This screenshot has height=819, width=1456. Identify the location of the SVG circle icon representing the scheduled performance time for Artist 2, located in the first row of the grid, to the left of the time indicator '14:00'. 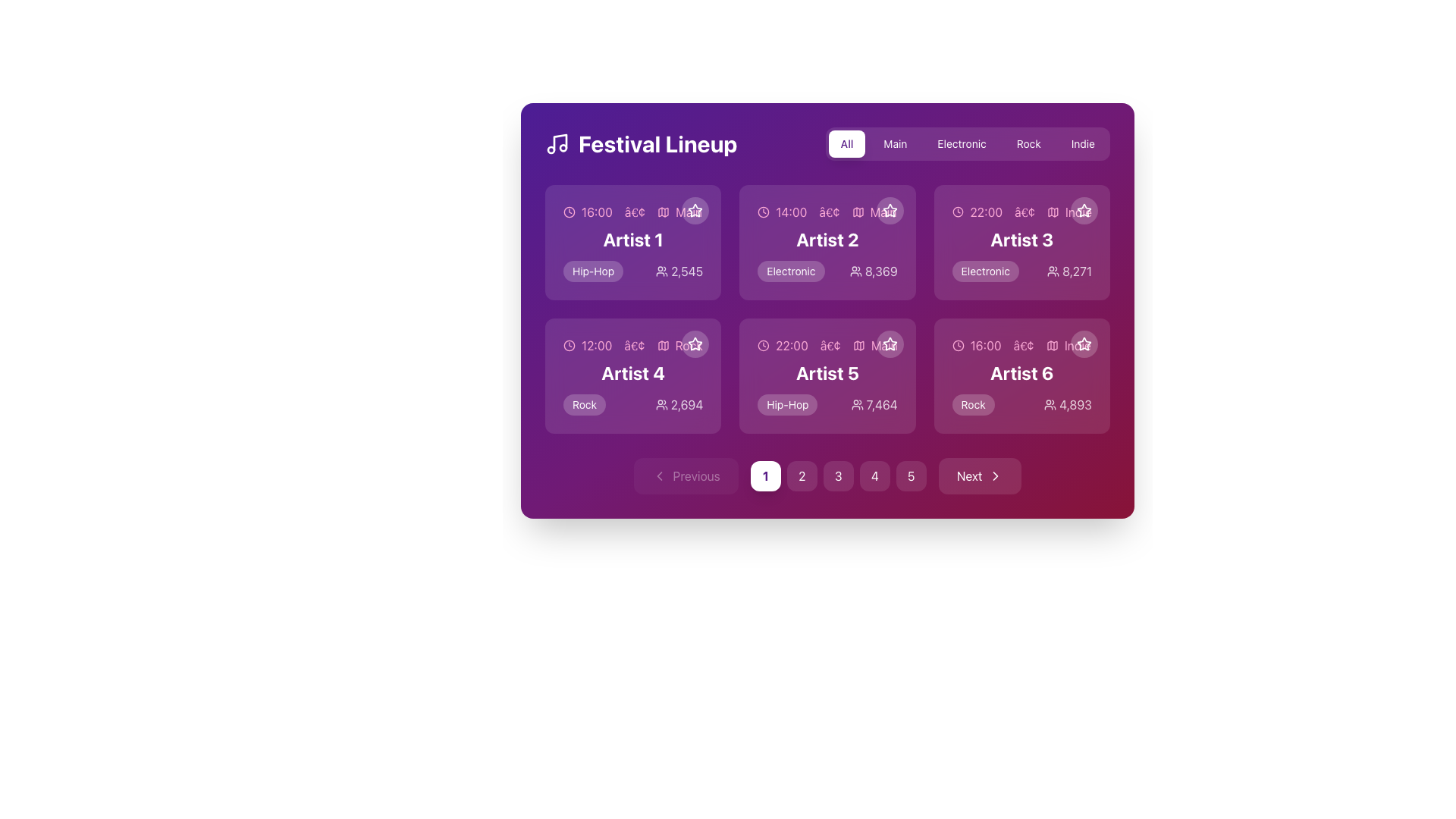
(764, 212).